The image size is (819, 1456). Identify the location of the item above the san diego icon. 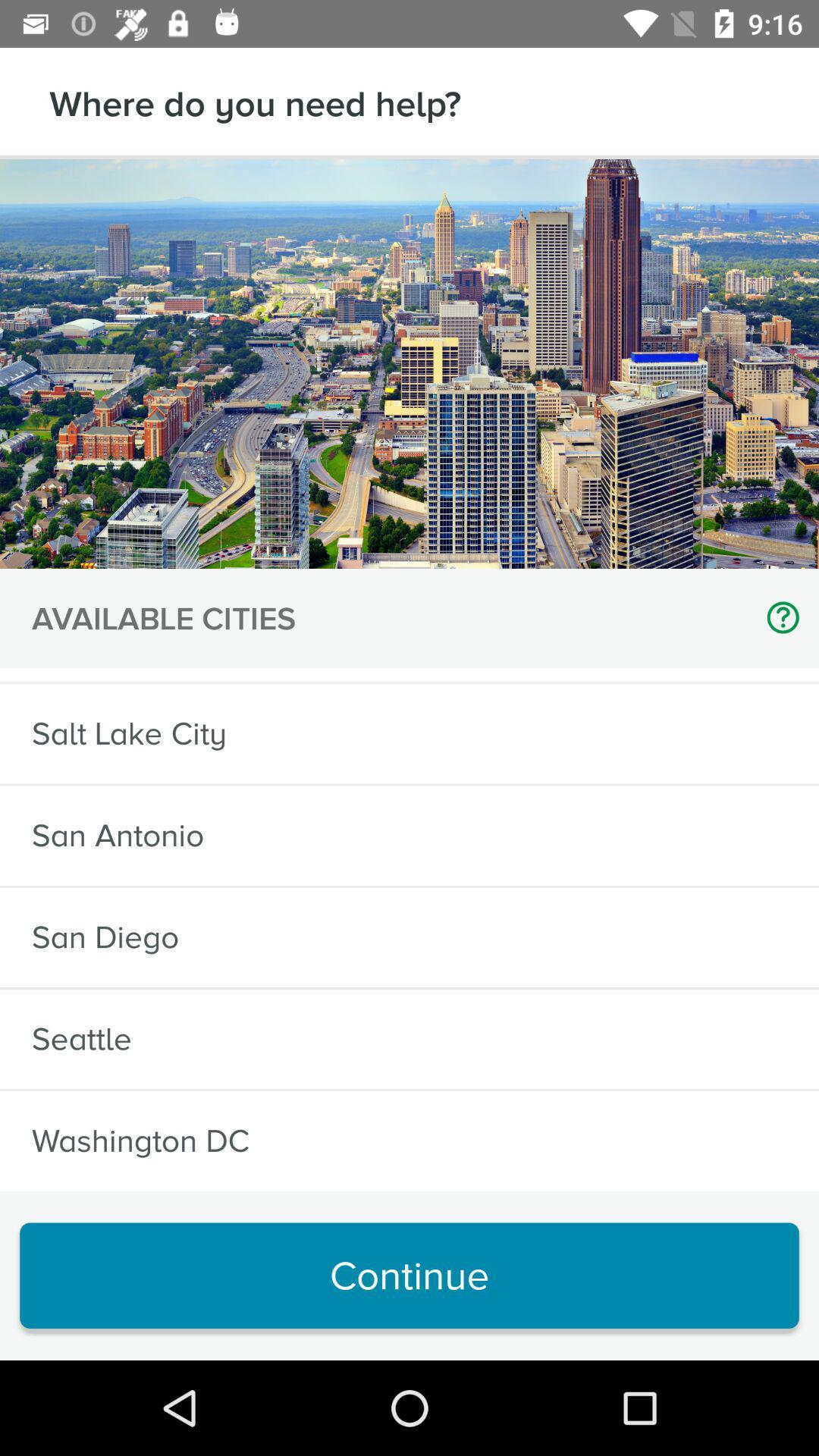
(117, 835).